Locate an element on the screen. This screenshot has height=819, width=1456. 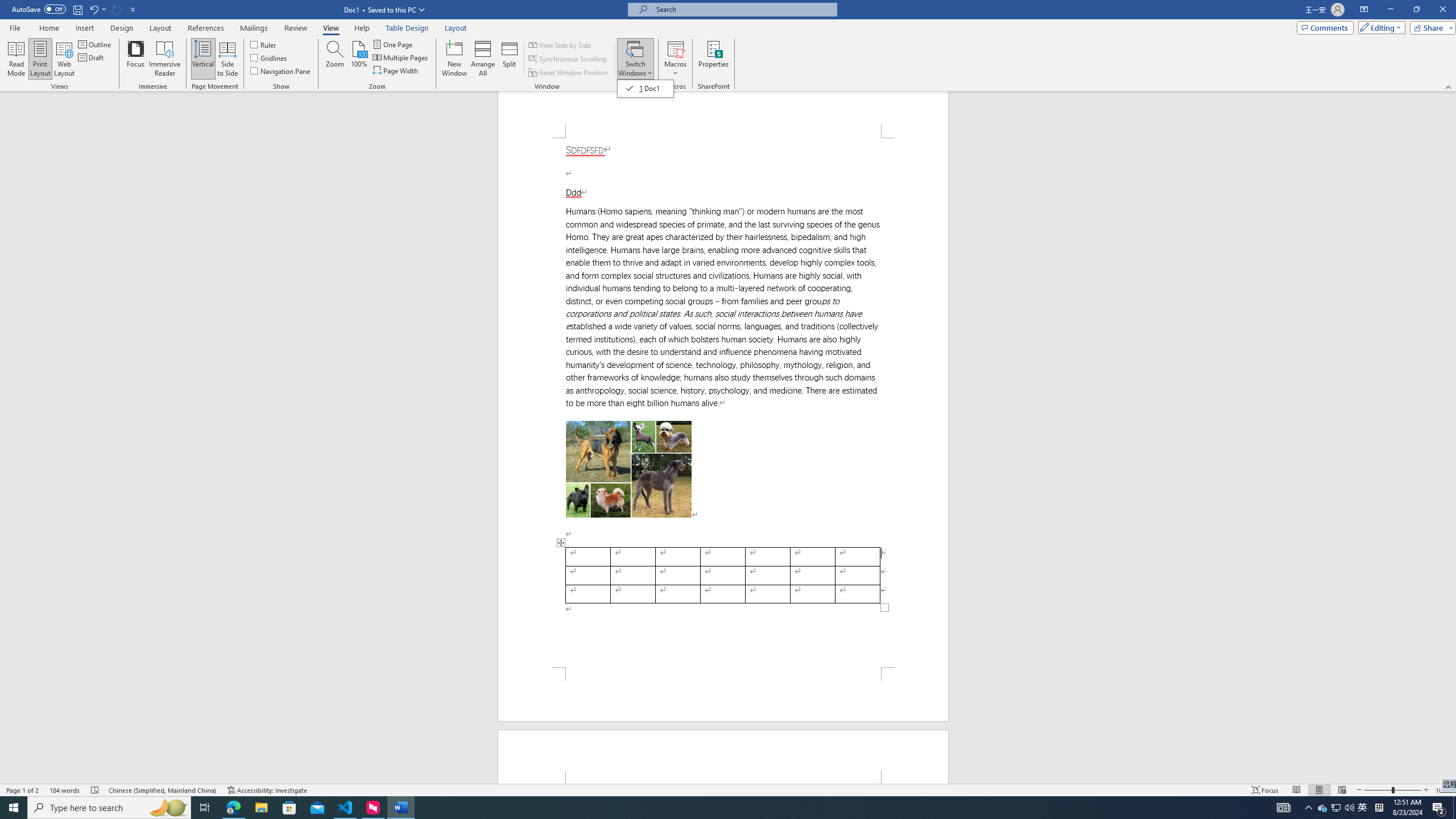
'Zoom Out' is located at coordinates (1378, 790).